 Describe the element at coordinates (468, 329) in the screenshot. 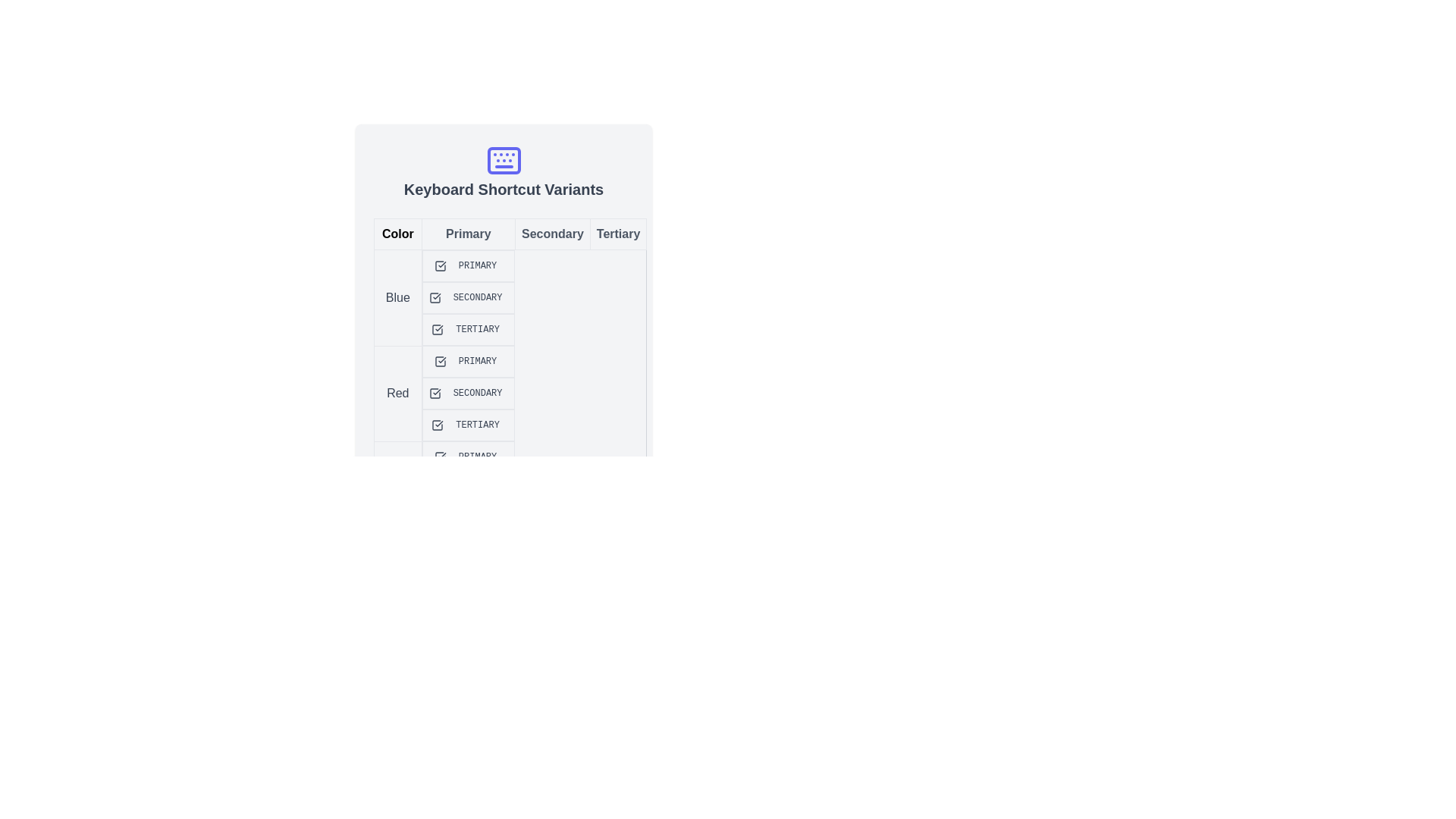

I see `the label with an icon in the third column of the first row labeled 'Blue' to interact with the selection button` at that location.